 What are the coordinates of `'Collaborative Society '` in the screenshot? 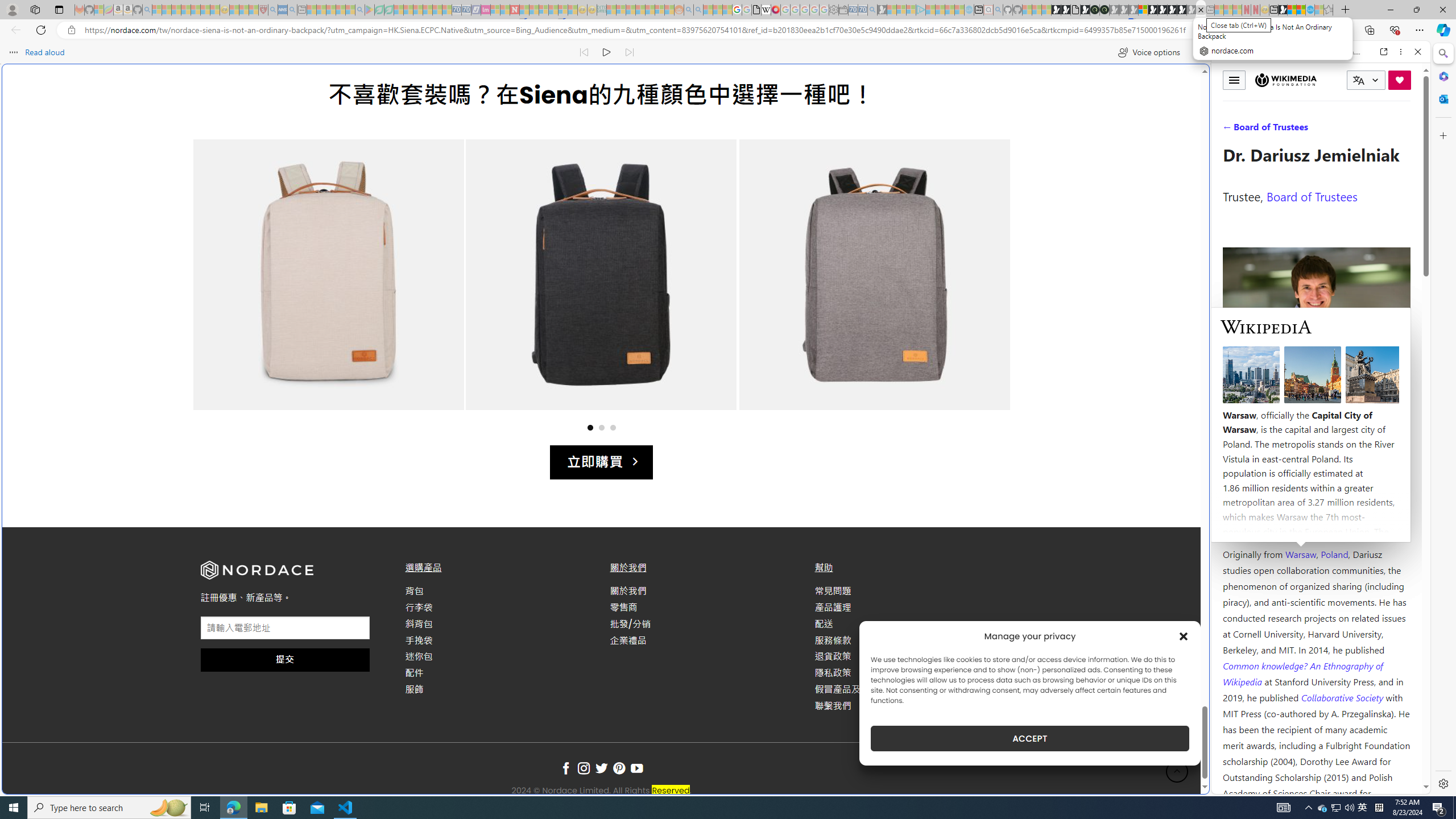 It's located at (1342, 697).